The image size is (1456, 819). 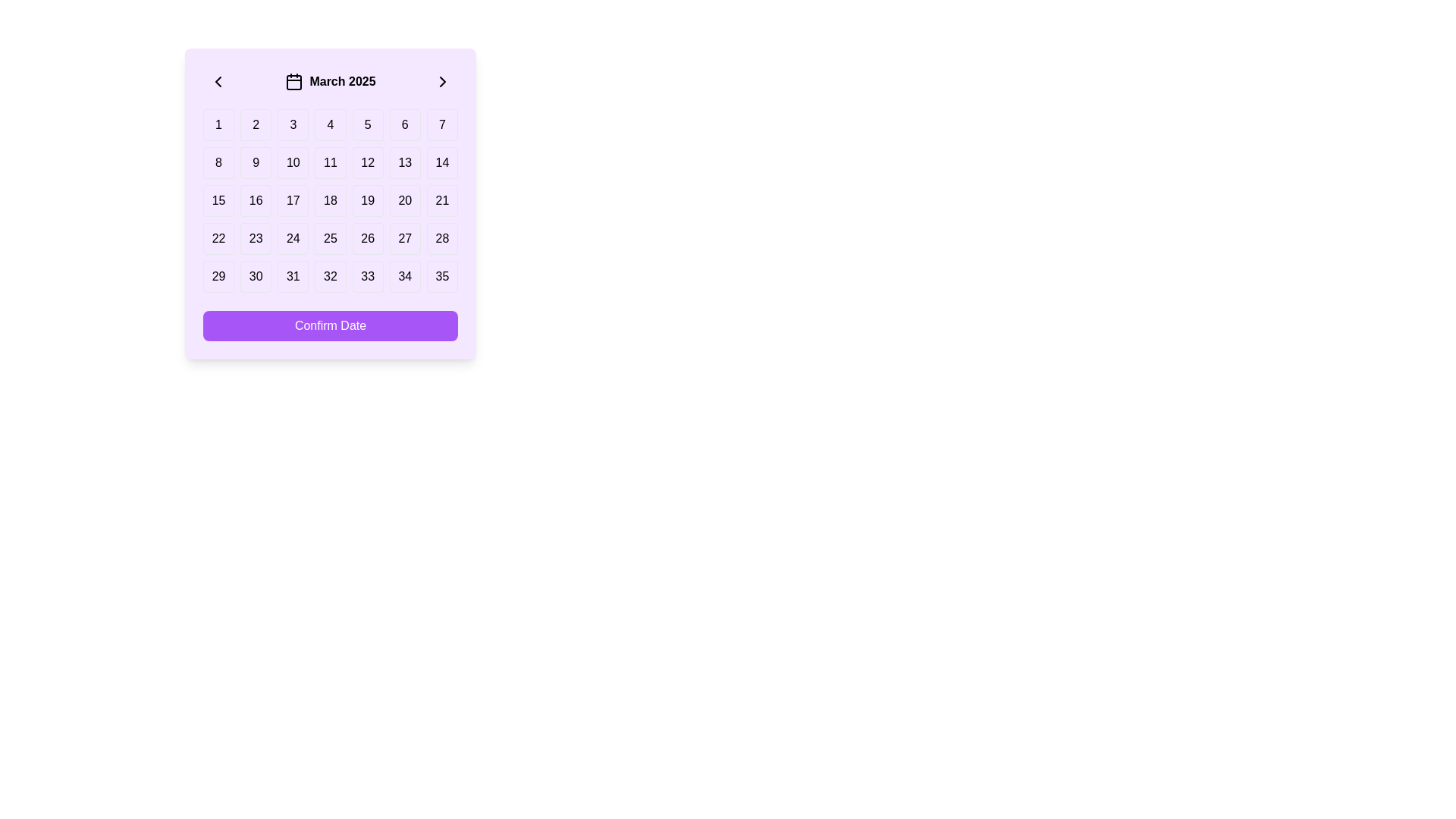 I want to click on the date selection button for '12', which is the sixth button in the second row of a grid layout, so click(x=368, y=163).